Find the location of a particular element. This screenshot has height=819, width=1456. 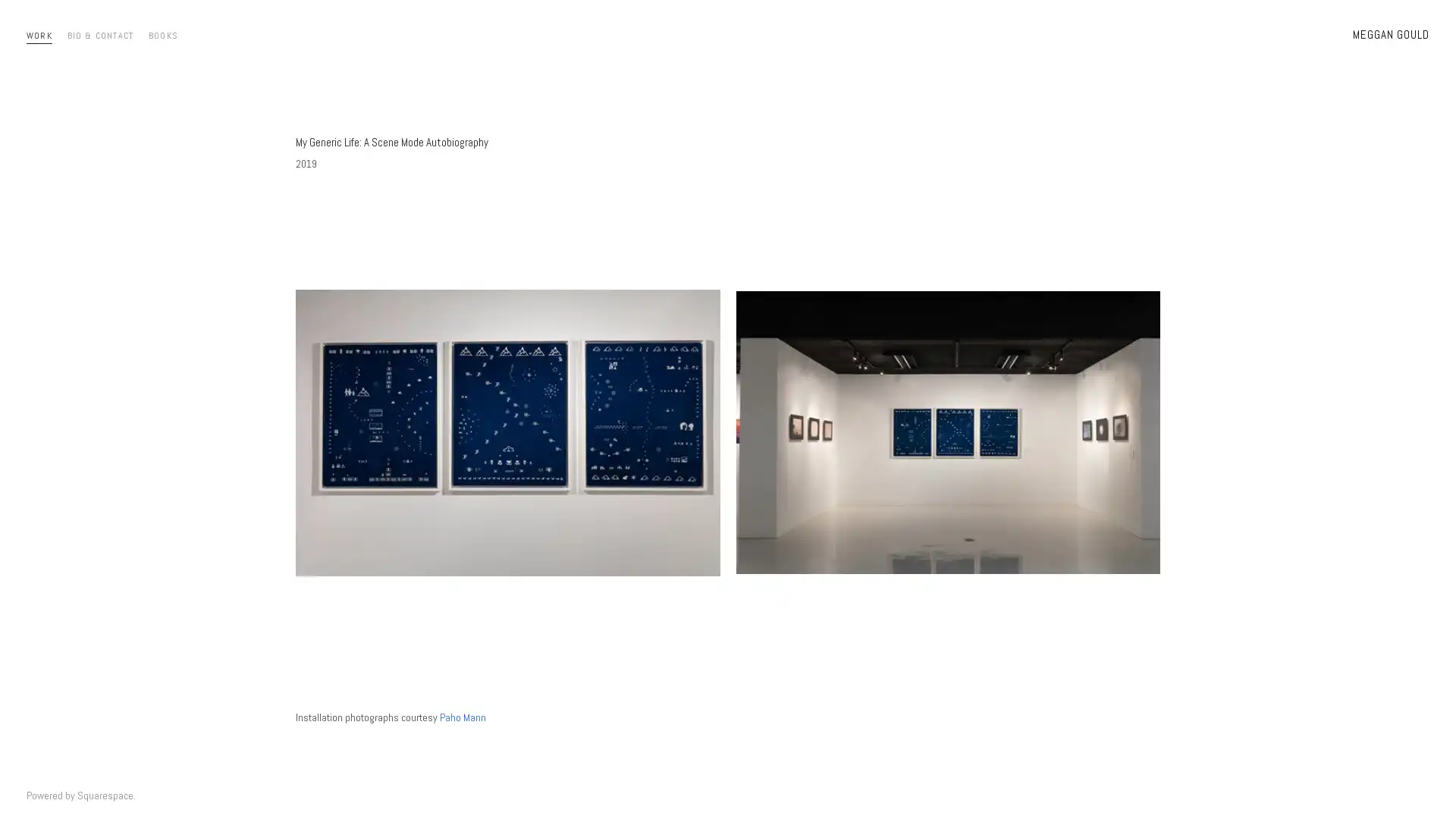

View fullsize scenemode2.jpg is located at coordinates (946, 432).